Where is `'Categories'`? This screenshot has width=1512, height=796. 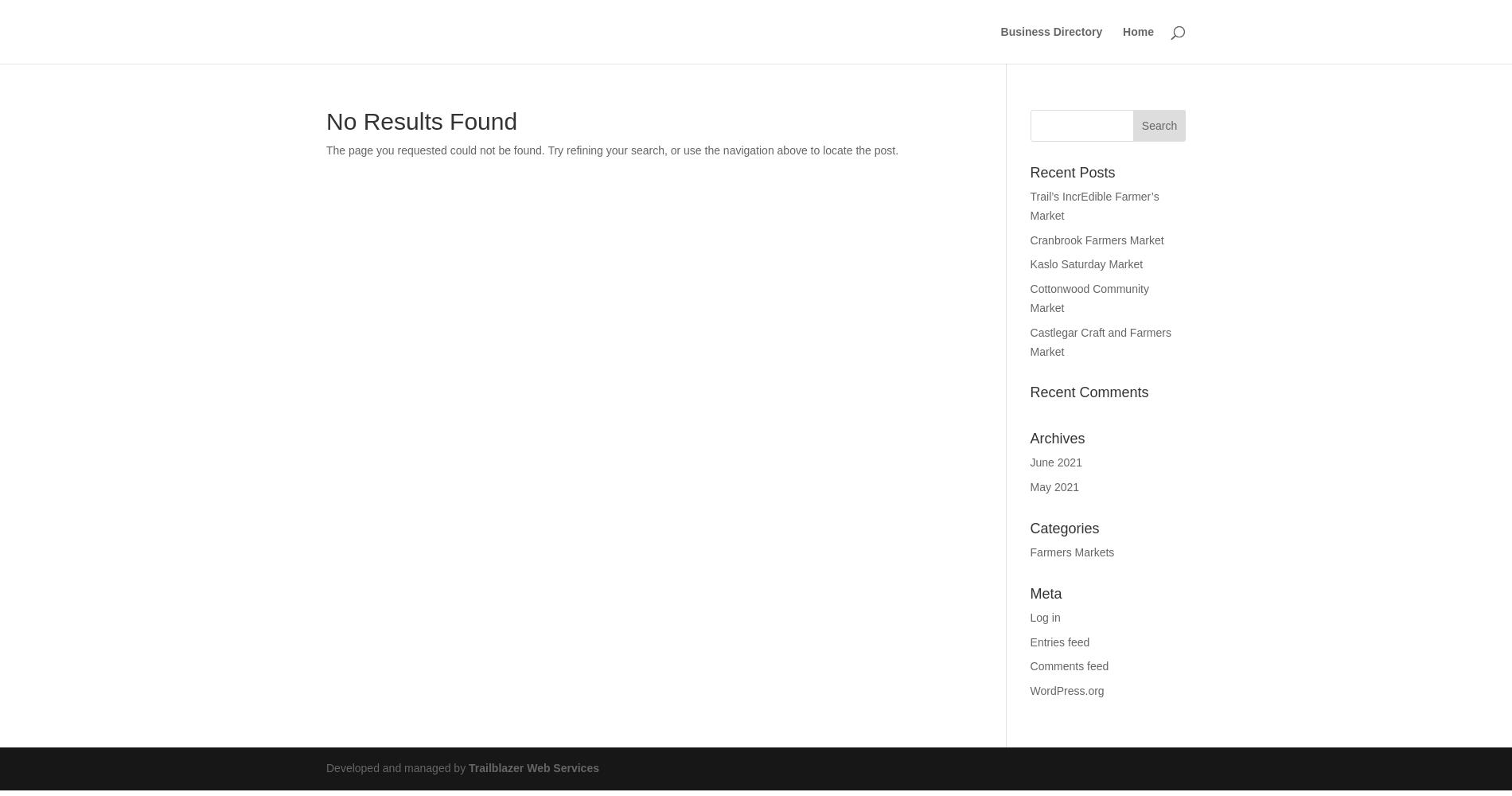 'Categories' is located at coordinates (1063, 528).